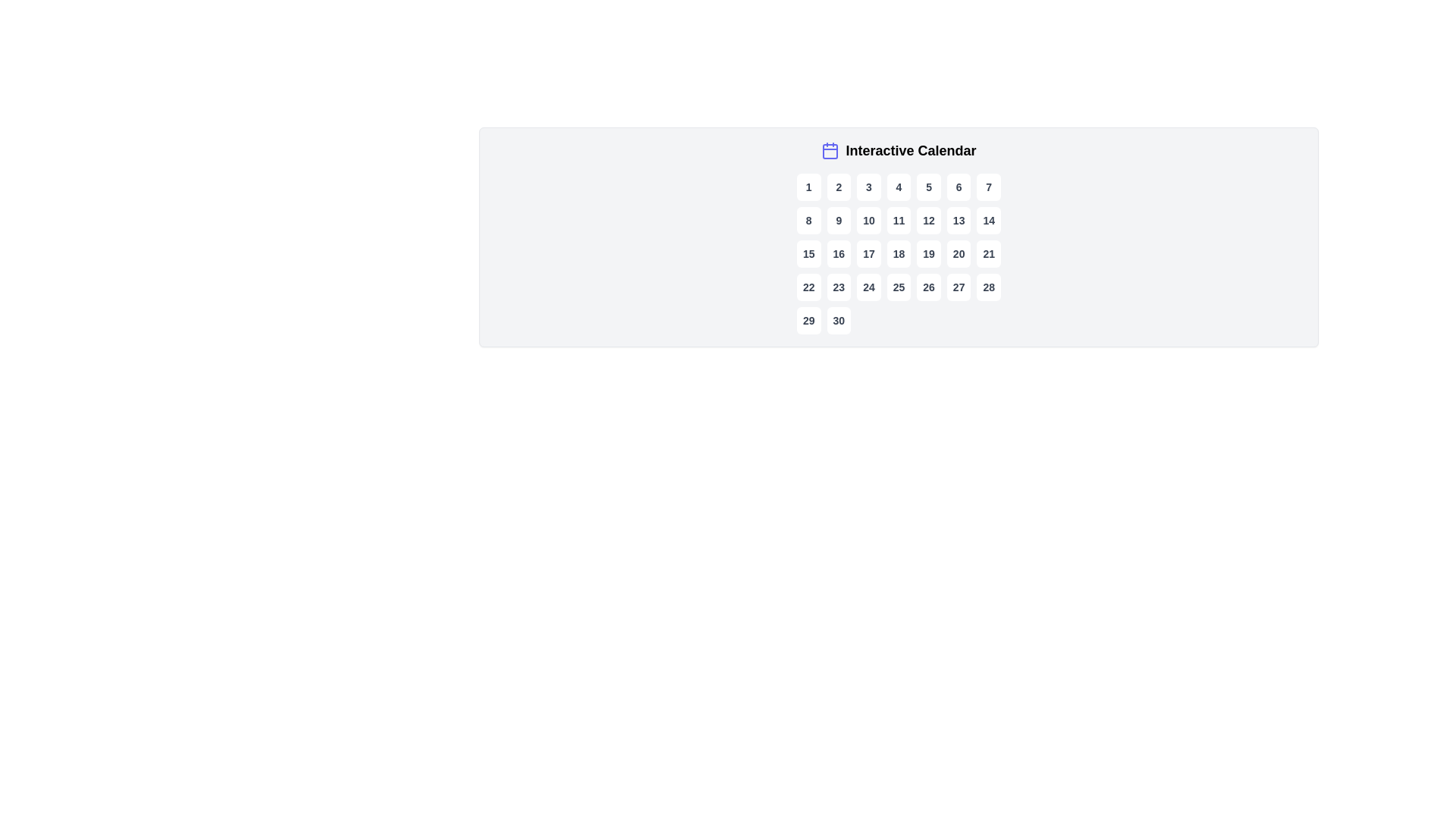 The image size is (1456, 819). Describe the element at coordinates (808, 220) in the screenshot. I see `the selectable date button in the calendar grid located in the second row and first column, directly below the number '1'` at that location.